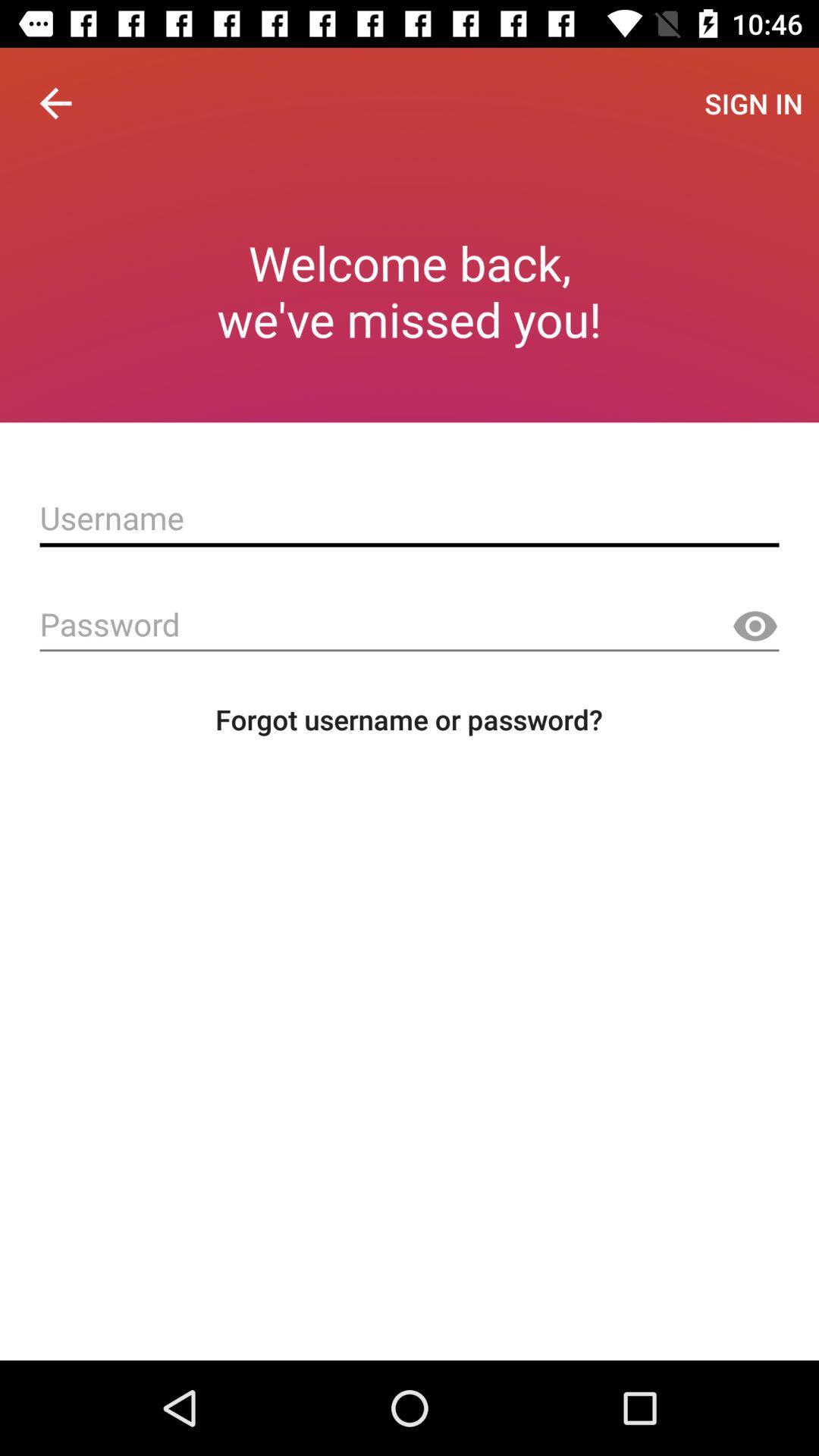  Describe the element at coordinates (755, 626) in the screenshot. I see `the visibility icon` at that location.